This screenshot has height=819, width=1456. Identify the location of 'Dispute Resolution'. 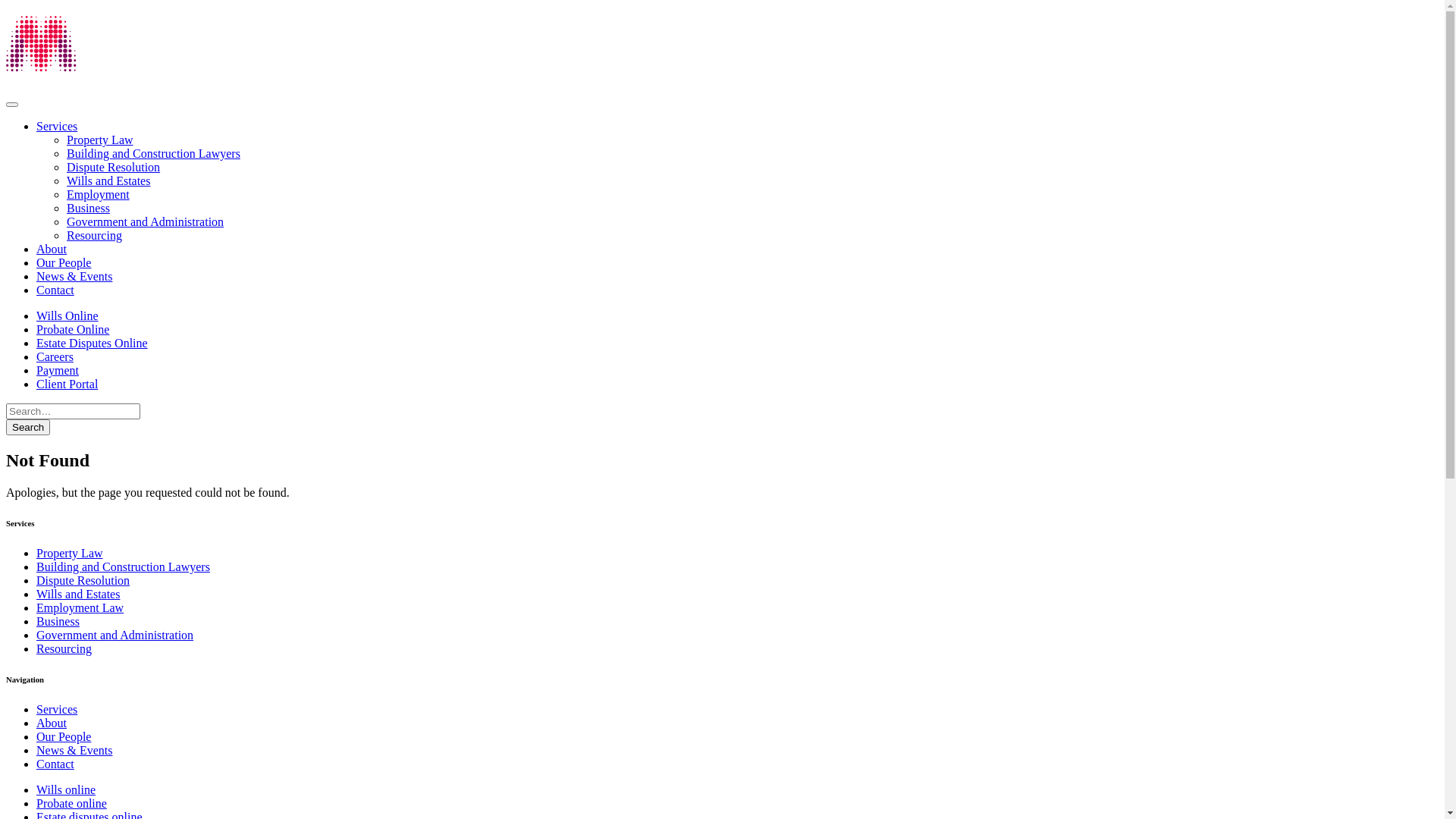
(112, 167).